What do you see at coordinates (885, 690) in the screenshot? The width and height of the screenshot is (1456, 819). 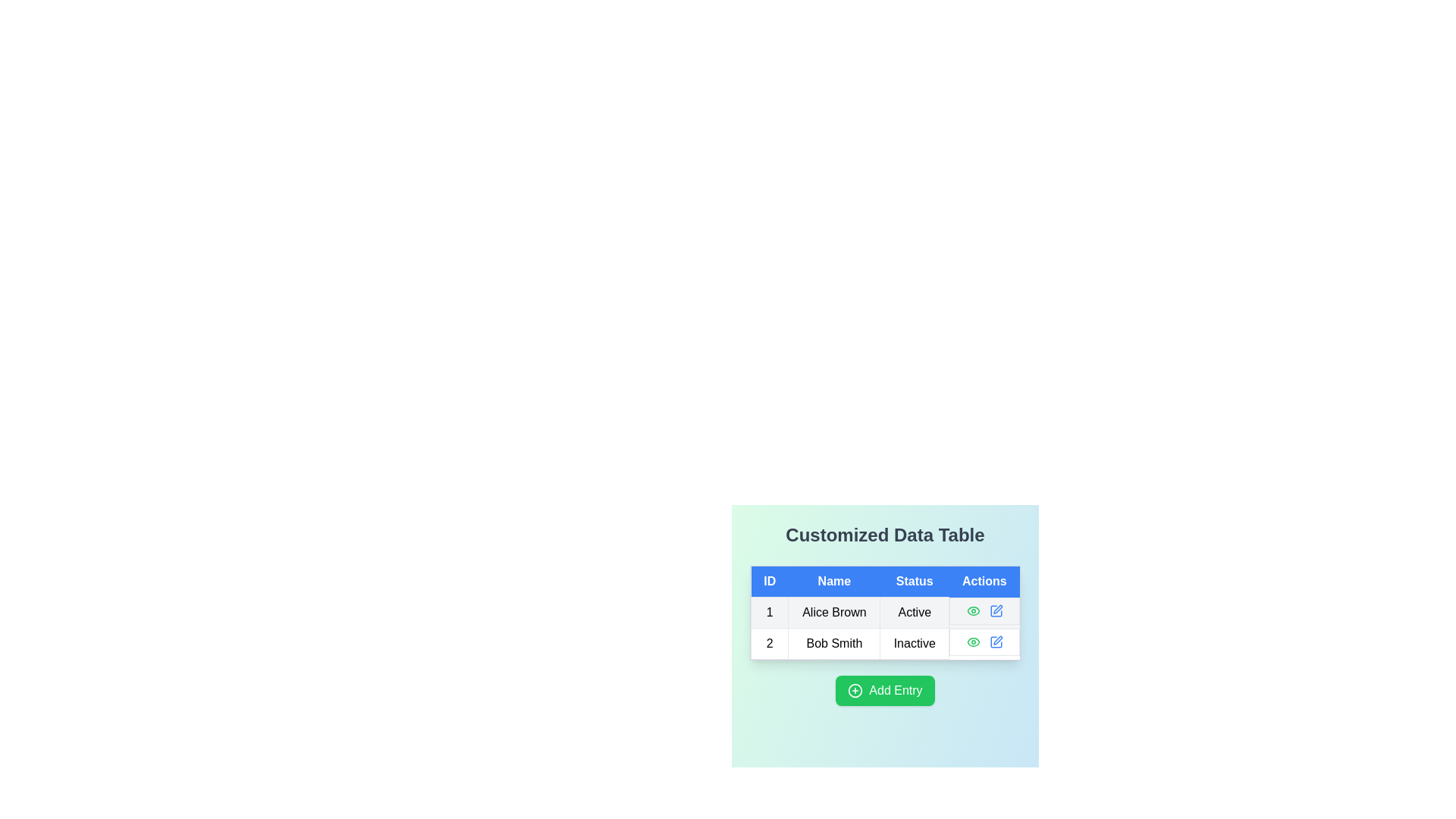 I see `the green 'Add Entry' button located below the 'Customized Data Table', which is centrally aligned and the only interactive button in that region` at bounding box center [885, 690].